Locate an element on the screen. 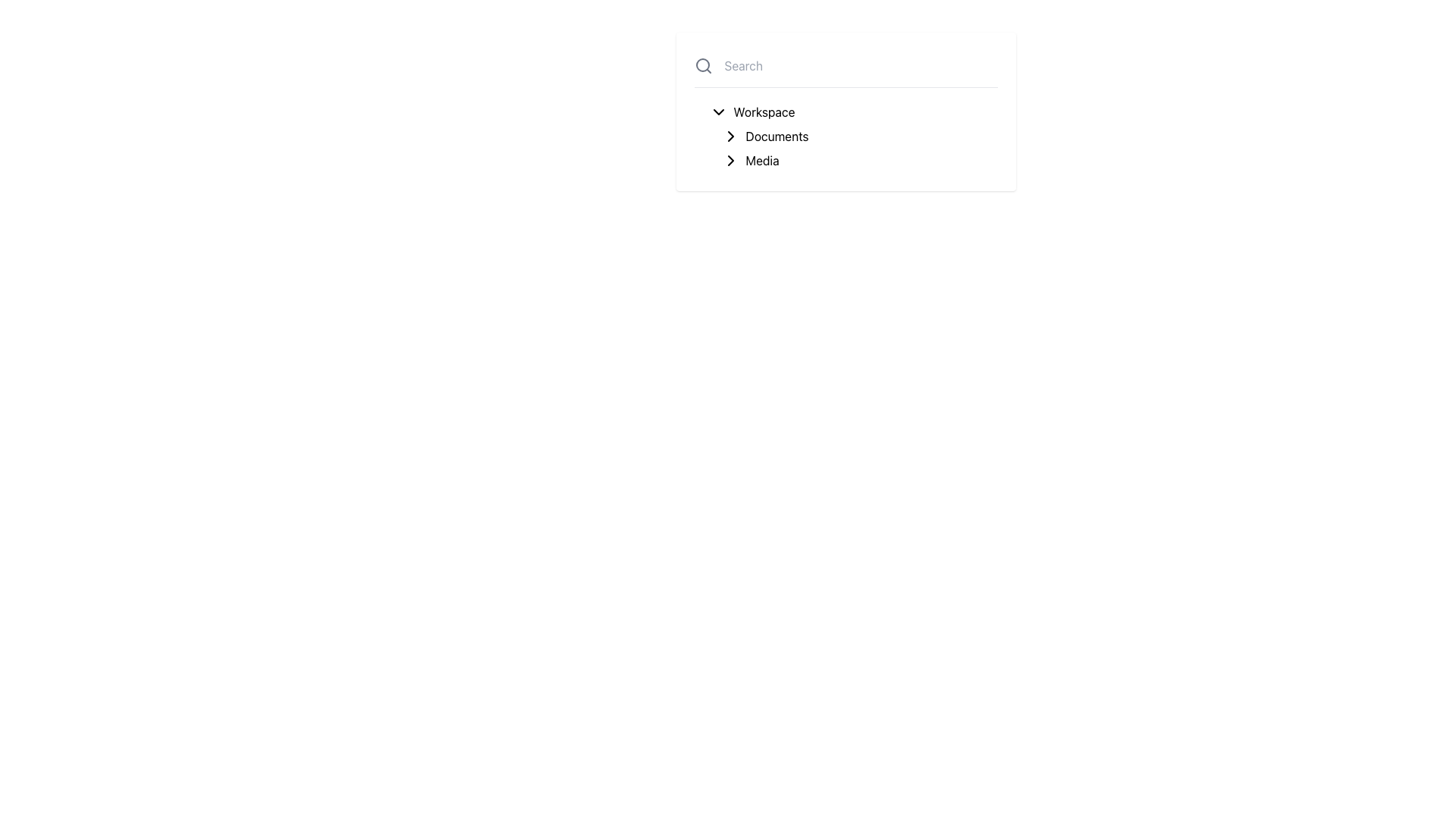 This screenshot has width=1456, height=819. the downward-pointing chevron icon located to the left of the 'Workspace' label is located at coordinates (717, 111).